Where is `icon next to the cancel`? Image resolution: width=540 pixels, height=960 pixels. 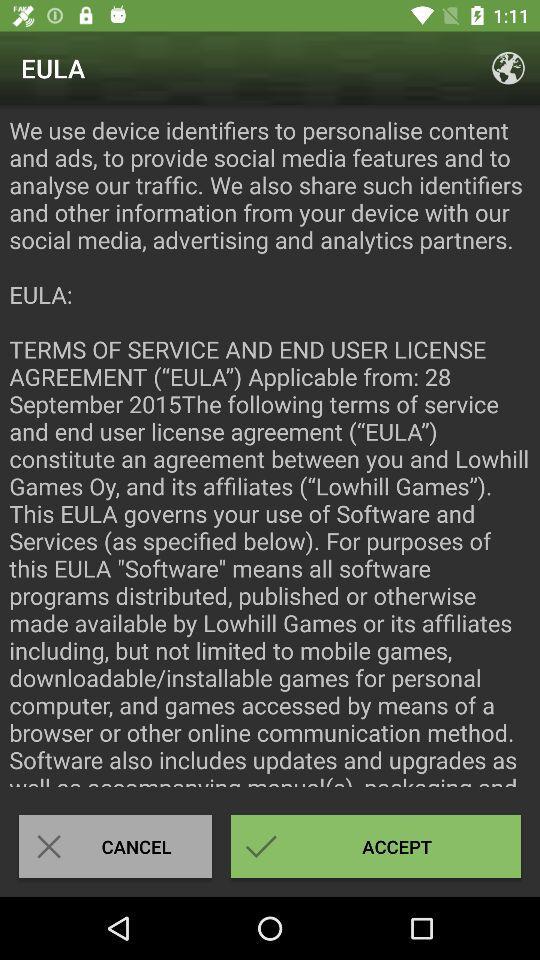
icon next to the cancel is located at coordinates (376, 845).